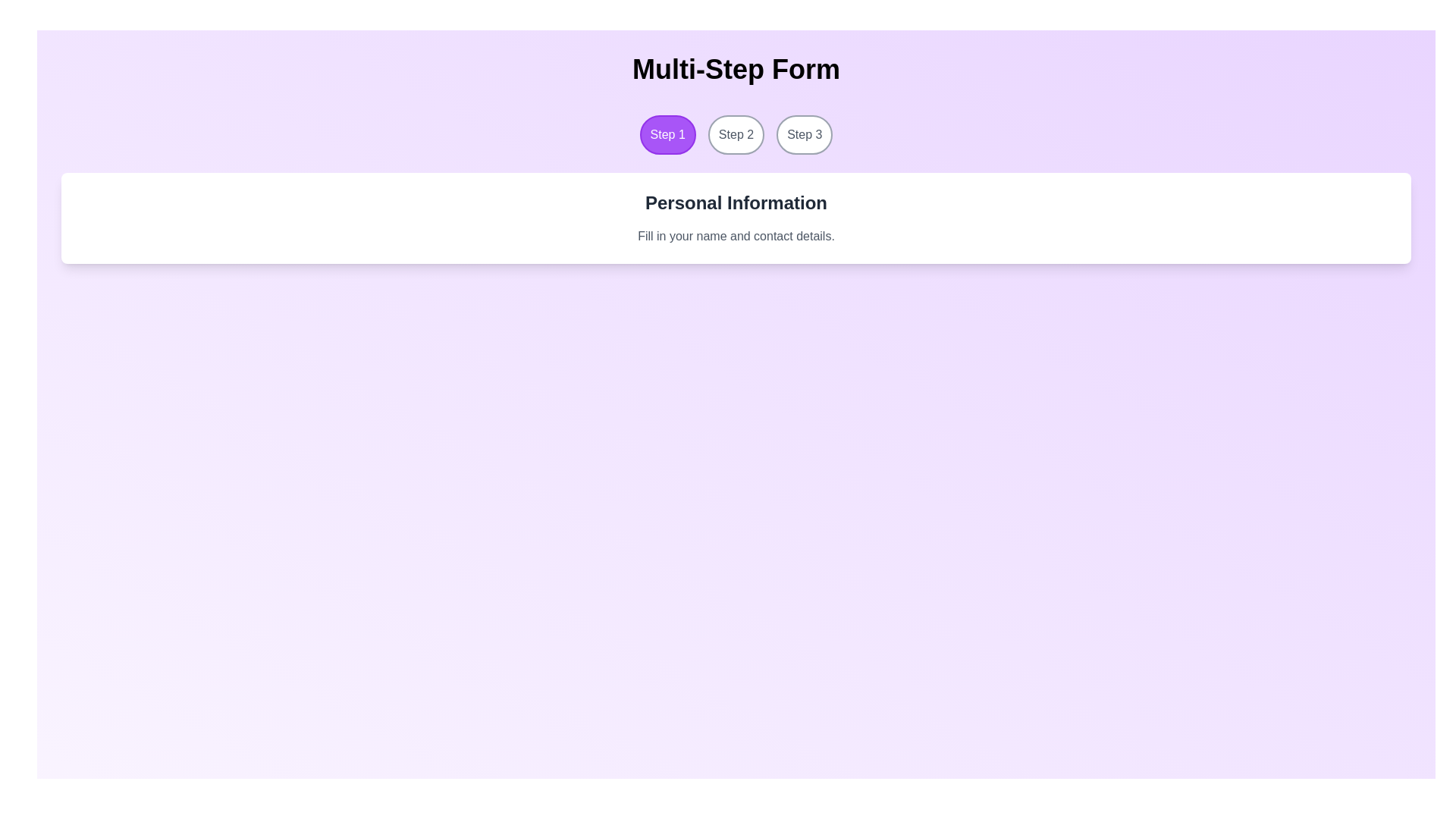 Image resolution: width=1456 pixels, height=819 pixels. I want to click on the circular button labeled 'Step 3' which has a white background and gray border, so click(804, 133).